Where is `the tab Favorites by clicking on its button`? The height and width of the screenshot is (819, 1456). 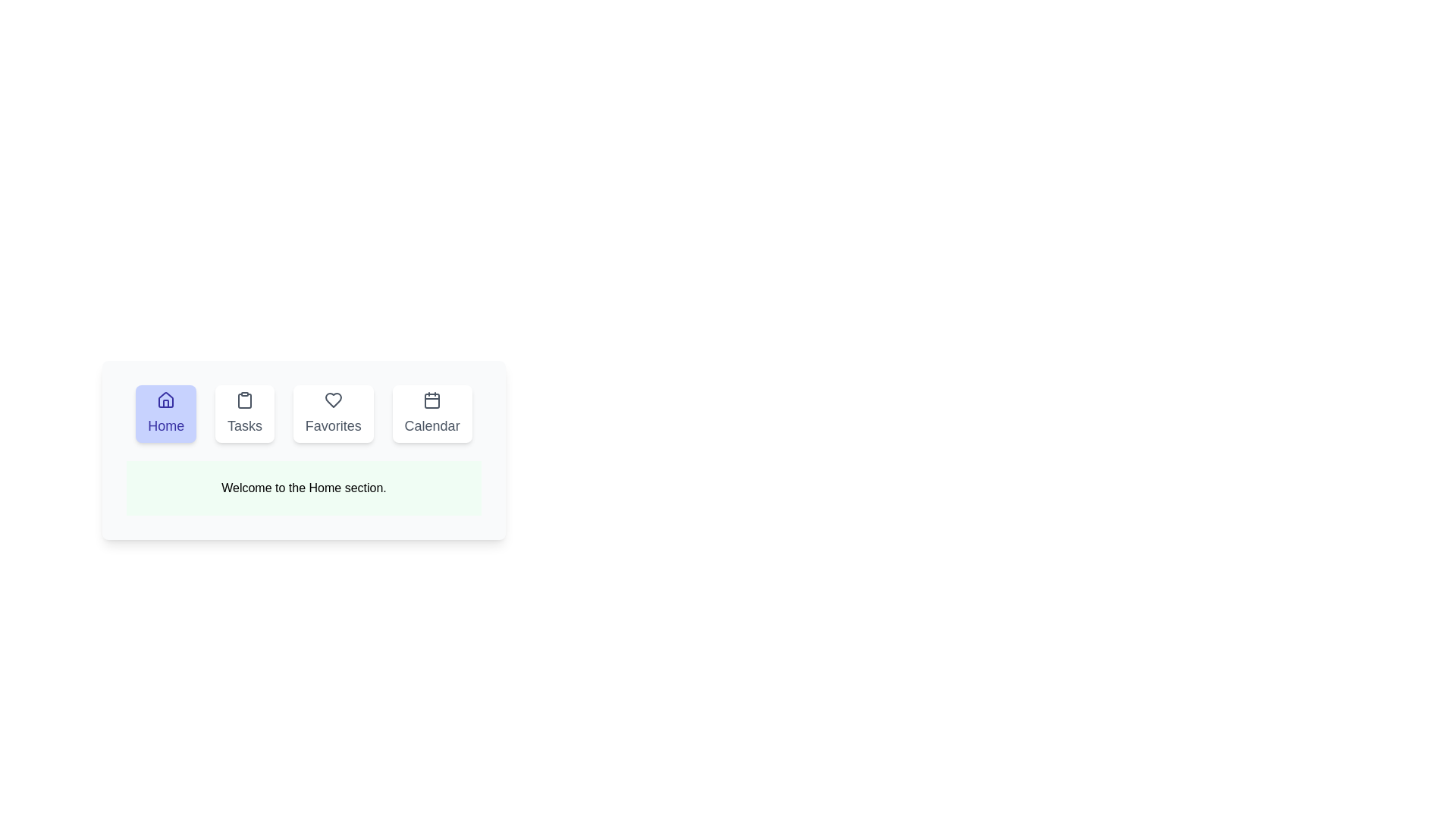 the tab Favorites by clicking on its button is located at coordinates (332, 414).